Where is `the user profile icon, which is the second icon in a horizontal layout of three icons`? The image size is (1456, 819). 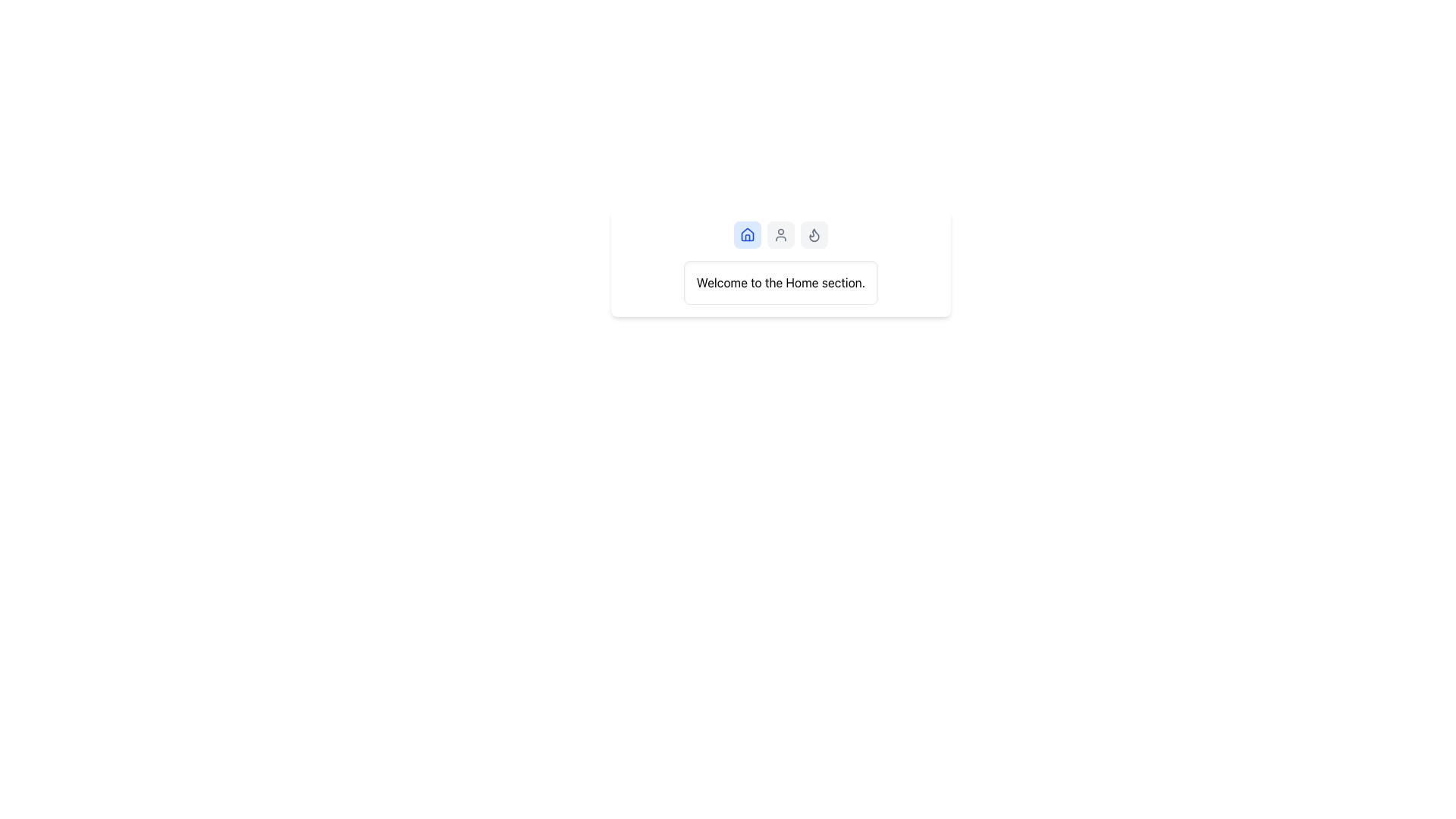 the user profile icon, which is the second icon in a horizontal layout of three icons is located at coordinates (781, 234).